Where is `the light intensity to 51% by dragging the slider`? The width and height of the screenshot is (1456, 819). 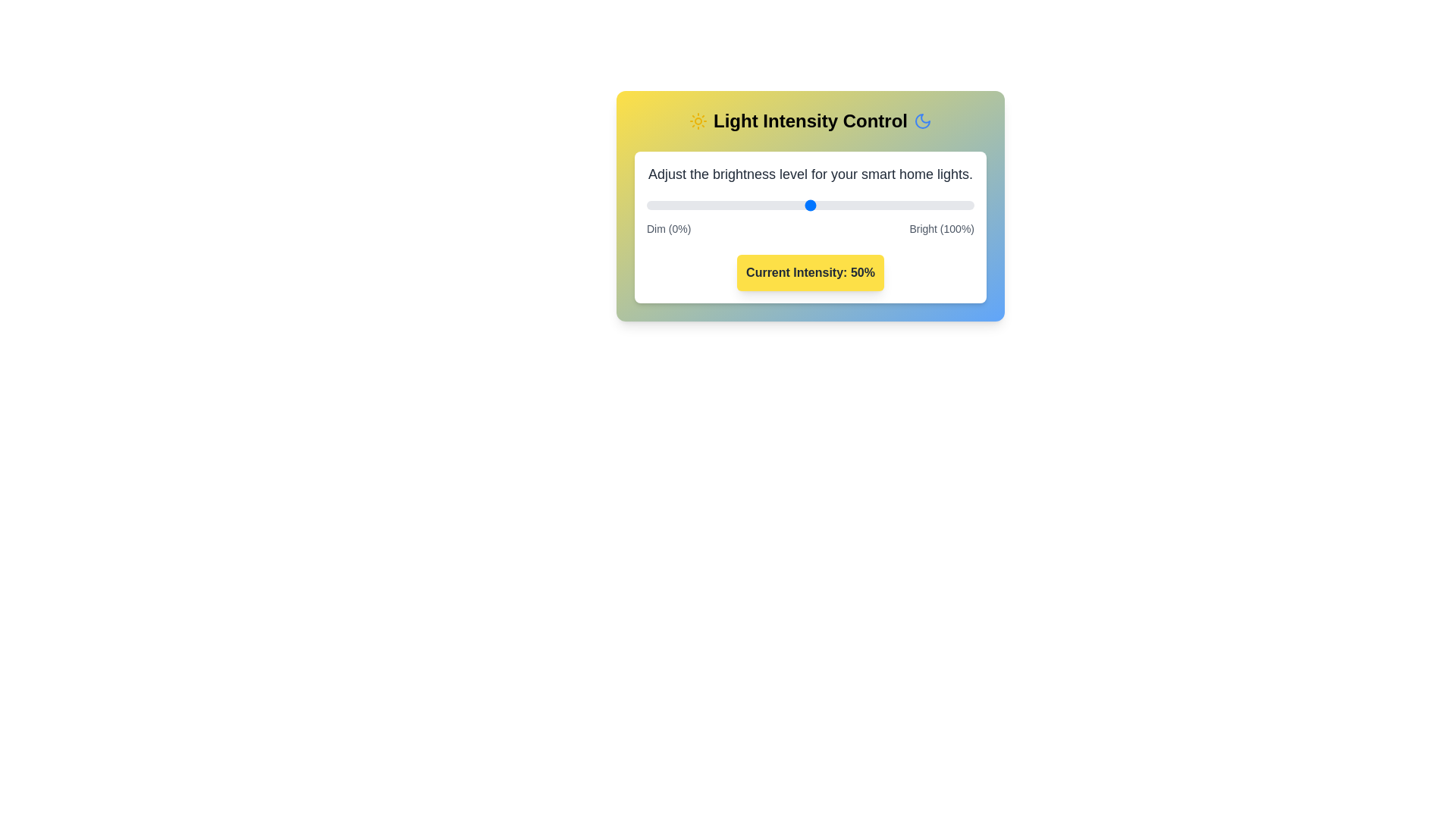 the light intensity to 51% by dragging the slider is located at coordinates (813, 205).